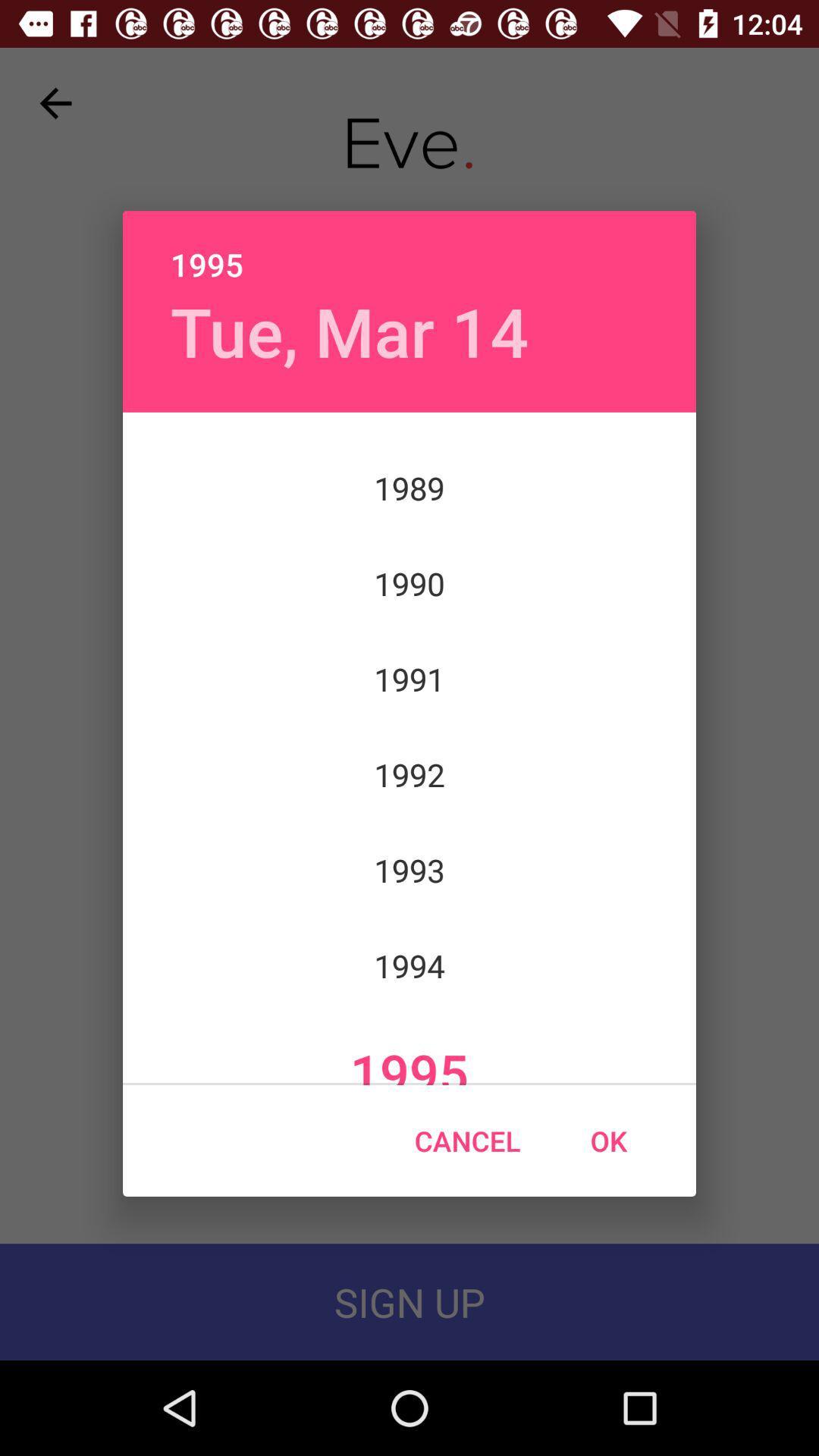 This screenshot has height=1456, width=819. I want to click on the tue, mar 14 item, so click(350, 330).